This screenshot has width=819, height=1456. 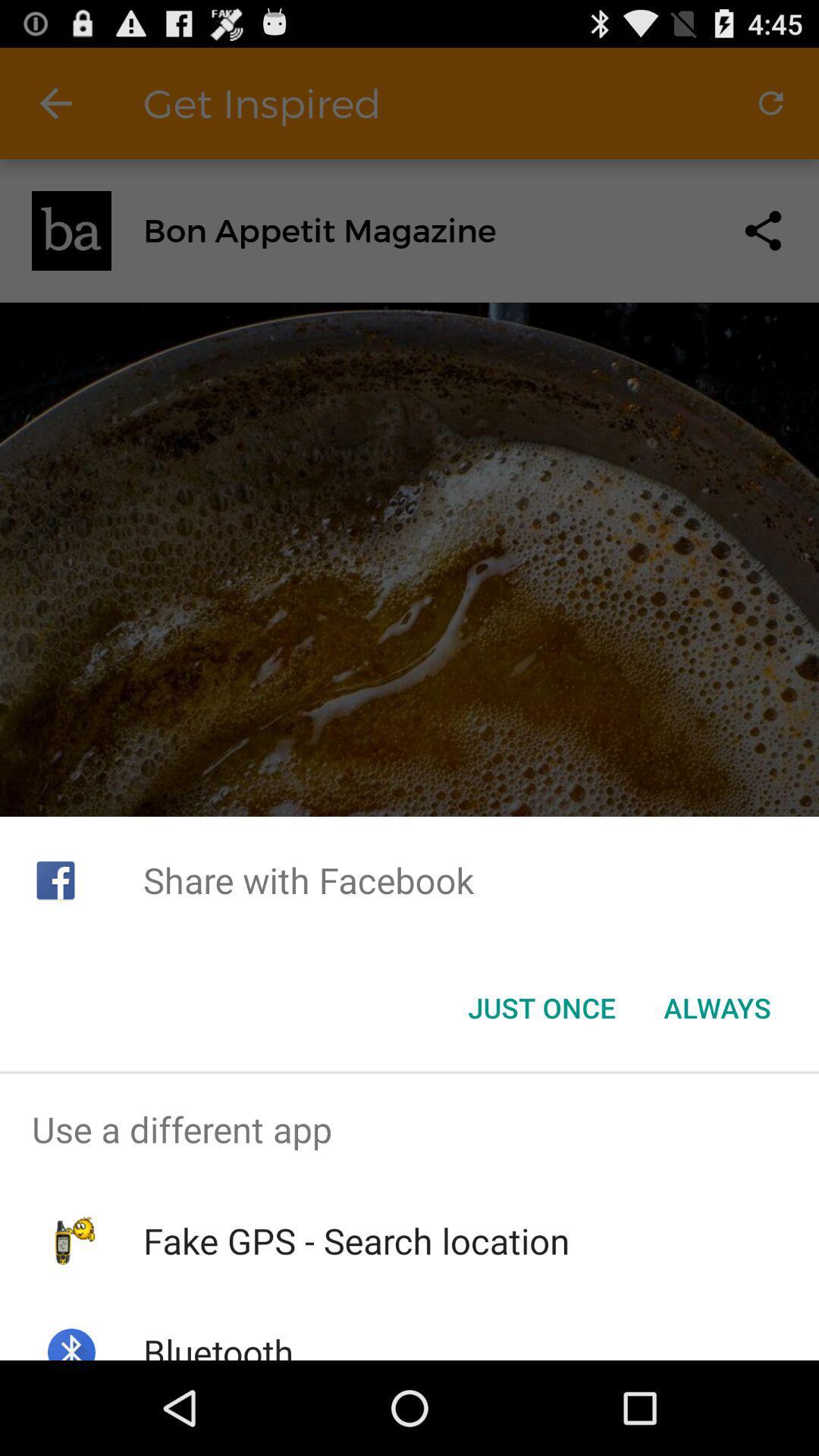 I want to click on the fake gps search, so click(x=356, y=1241).